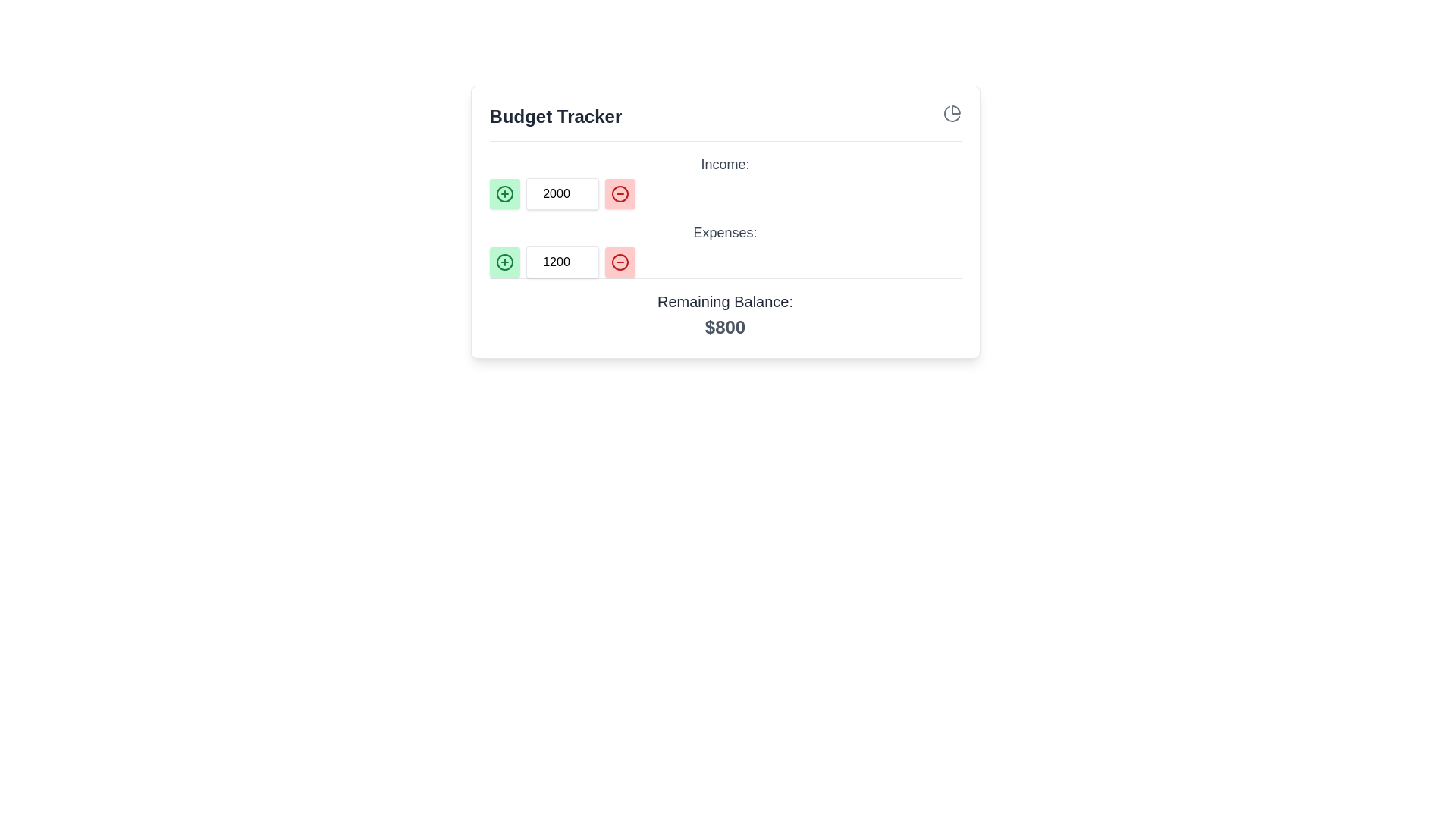  What do you see at coordinates (620, 262) in the screenshot?
I see `the red button for decreasing or removing a value associated with the current expense entry in the 'Expenses' section of the Budget Tracker interface` at bounding box center [620, 262].